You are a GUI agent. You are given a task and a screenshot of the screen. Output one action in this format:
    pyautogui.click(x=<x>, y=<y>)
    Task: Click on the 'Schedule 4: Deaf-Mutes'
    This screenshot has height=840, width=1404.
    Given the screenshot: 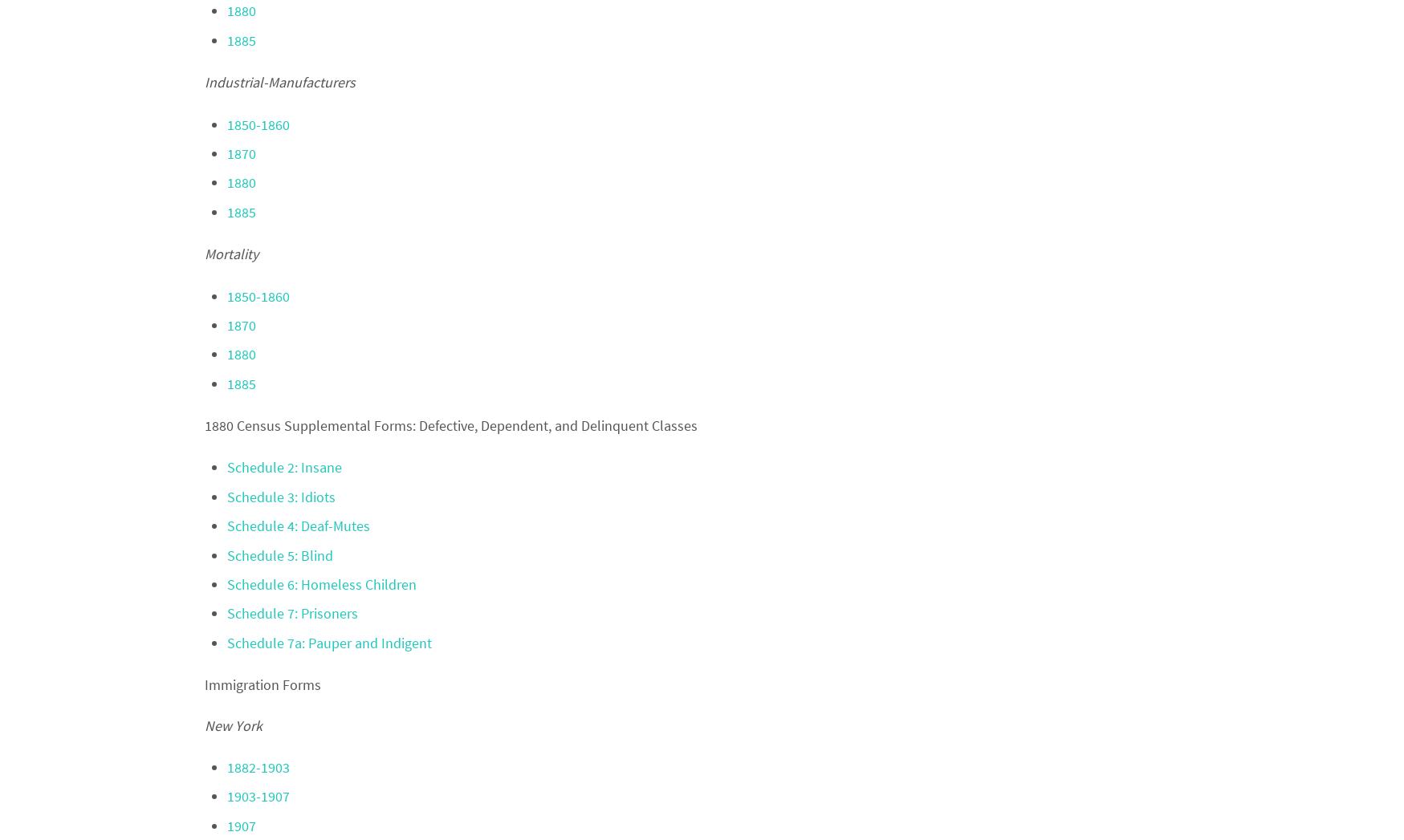 What is the action you would take?
    pyautogui.click(x=299, y=526)
    